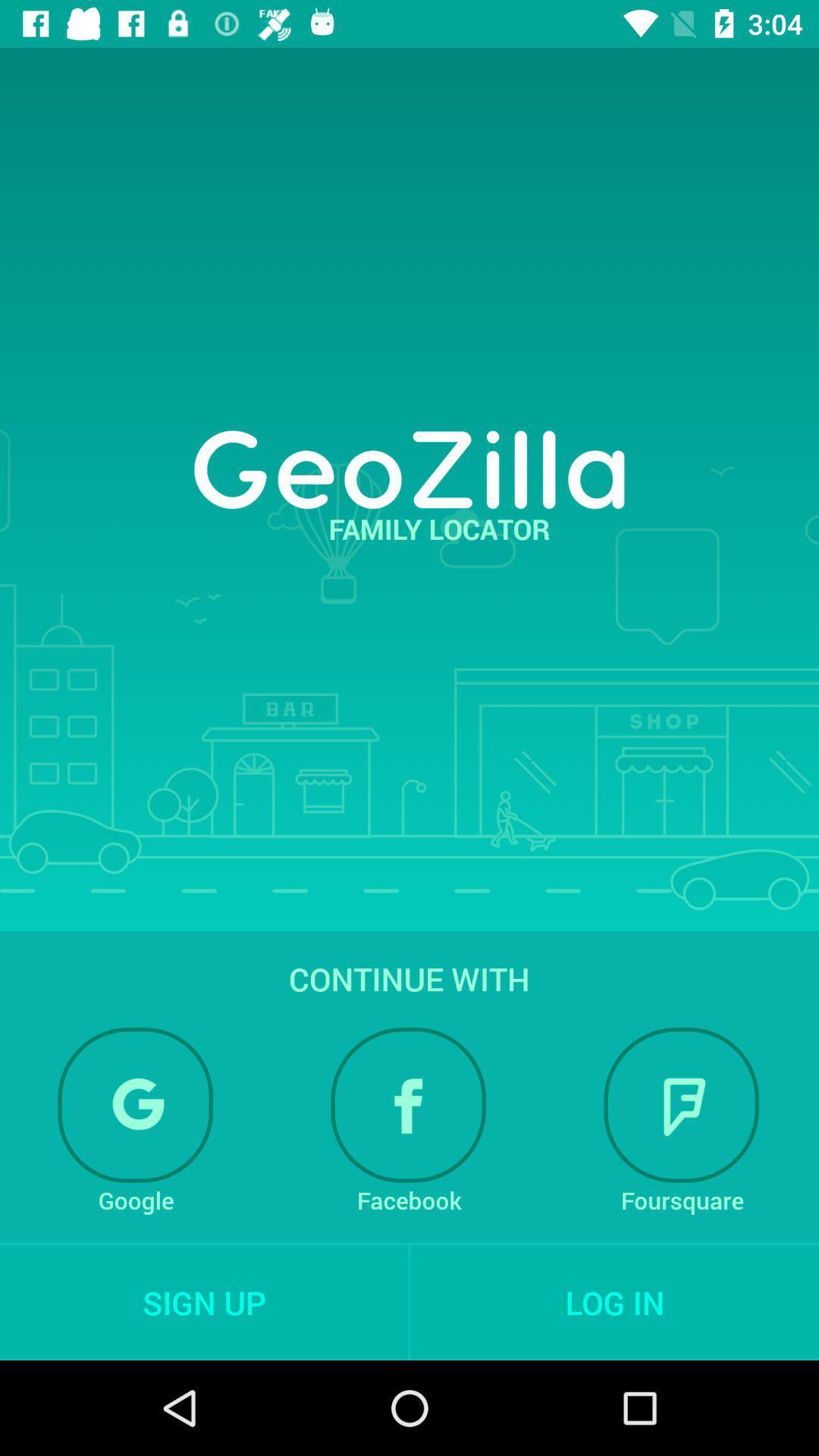 Image resolution: width=819 pixels, height=1456 pixels. Describe the element at coordinates (135, 1105) in the screenshot. I see `connect on google` at that location.